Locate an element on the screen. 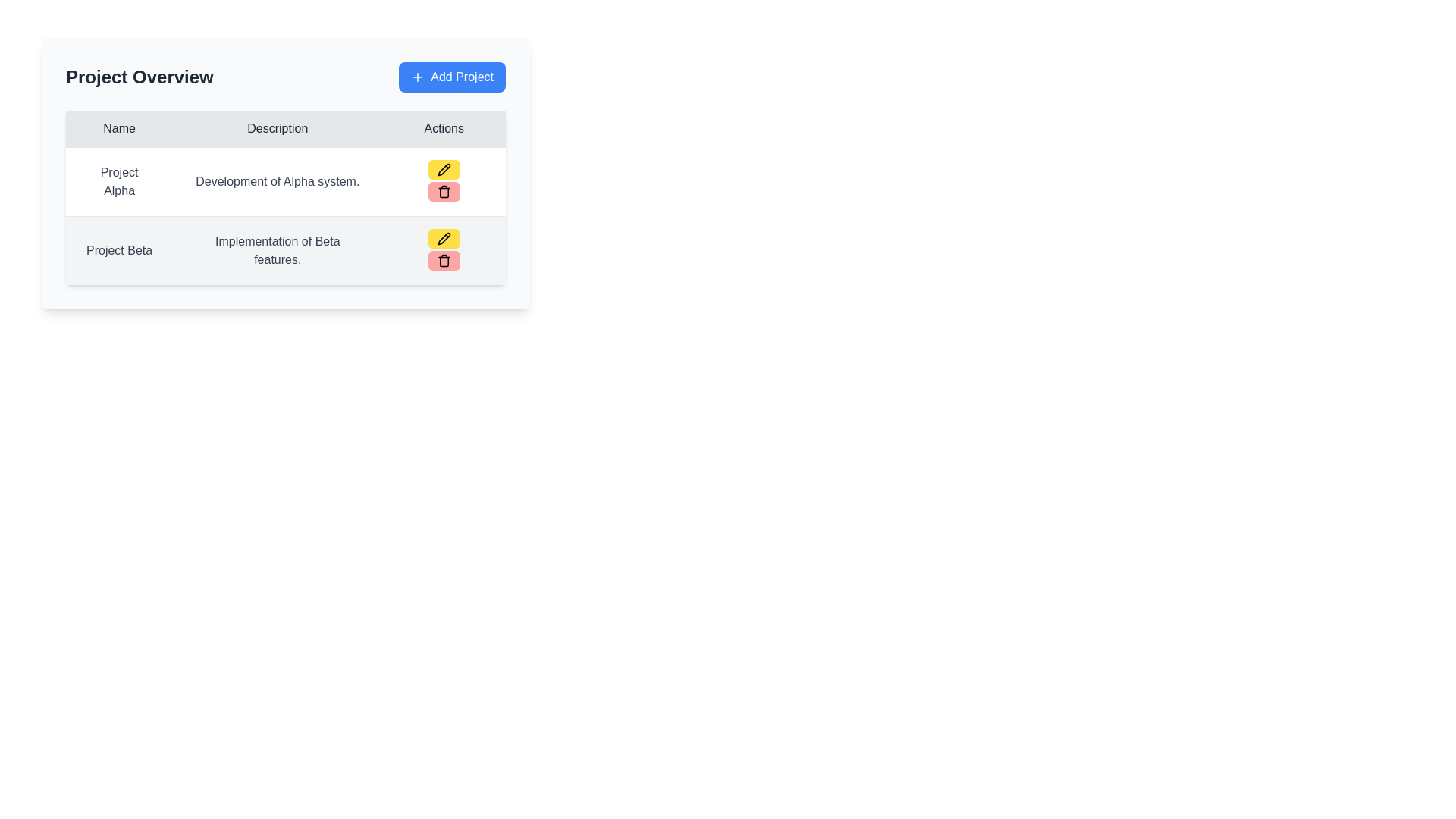 The image size is (1456, 819). the first row of the project overview table that summarizes 'Project Alpha' is located at coordinates (286, 180).